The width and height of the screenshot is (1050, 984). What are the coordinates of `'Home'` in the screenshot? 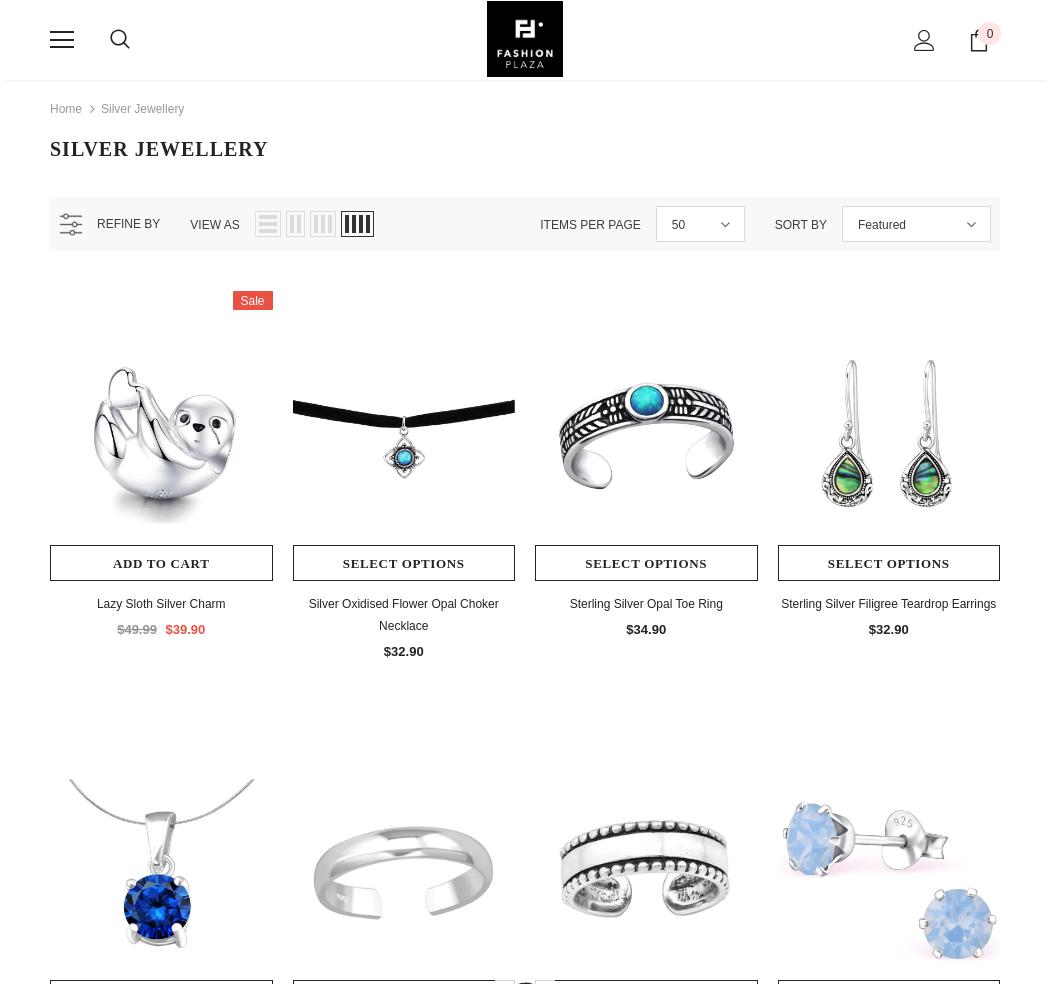 It's located at (65, 108).